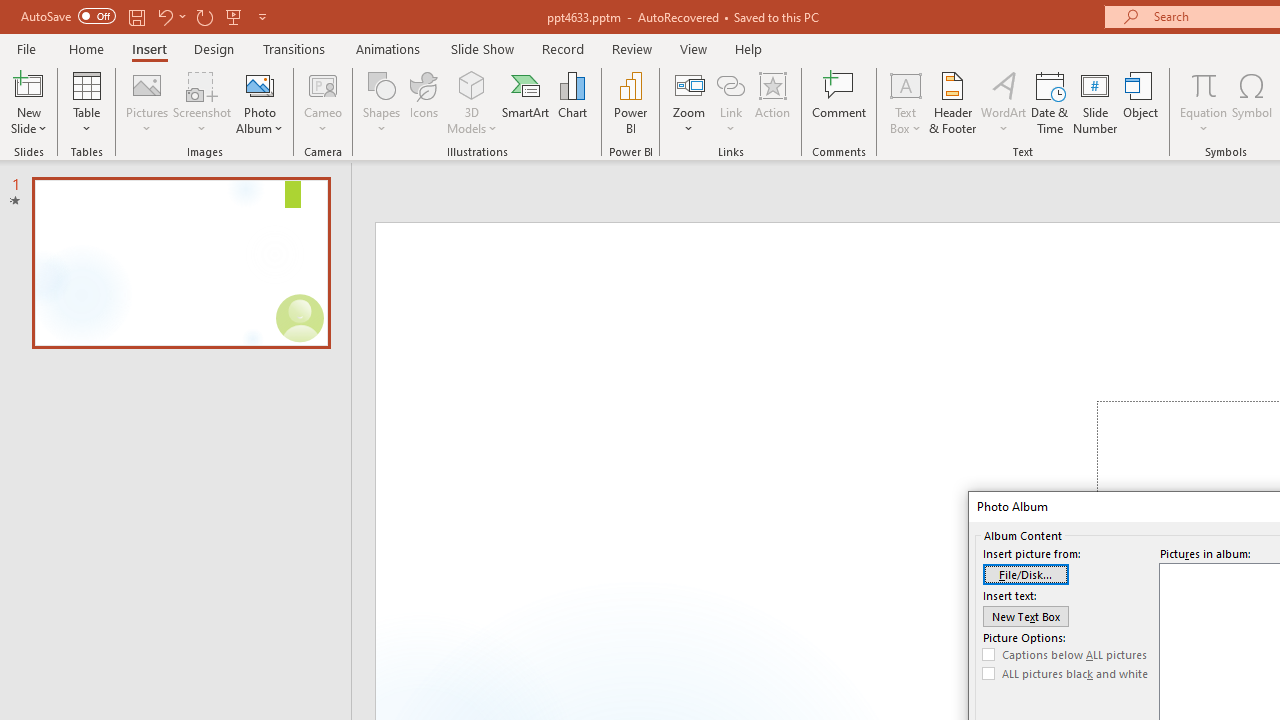  Describe the element at coordinates (1025, 574) in the screenshot. I see `'File/Disk...'` at that location.